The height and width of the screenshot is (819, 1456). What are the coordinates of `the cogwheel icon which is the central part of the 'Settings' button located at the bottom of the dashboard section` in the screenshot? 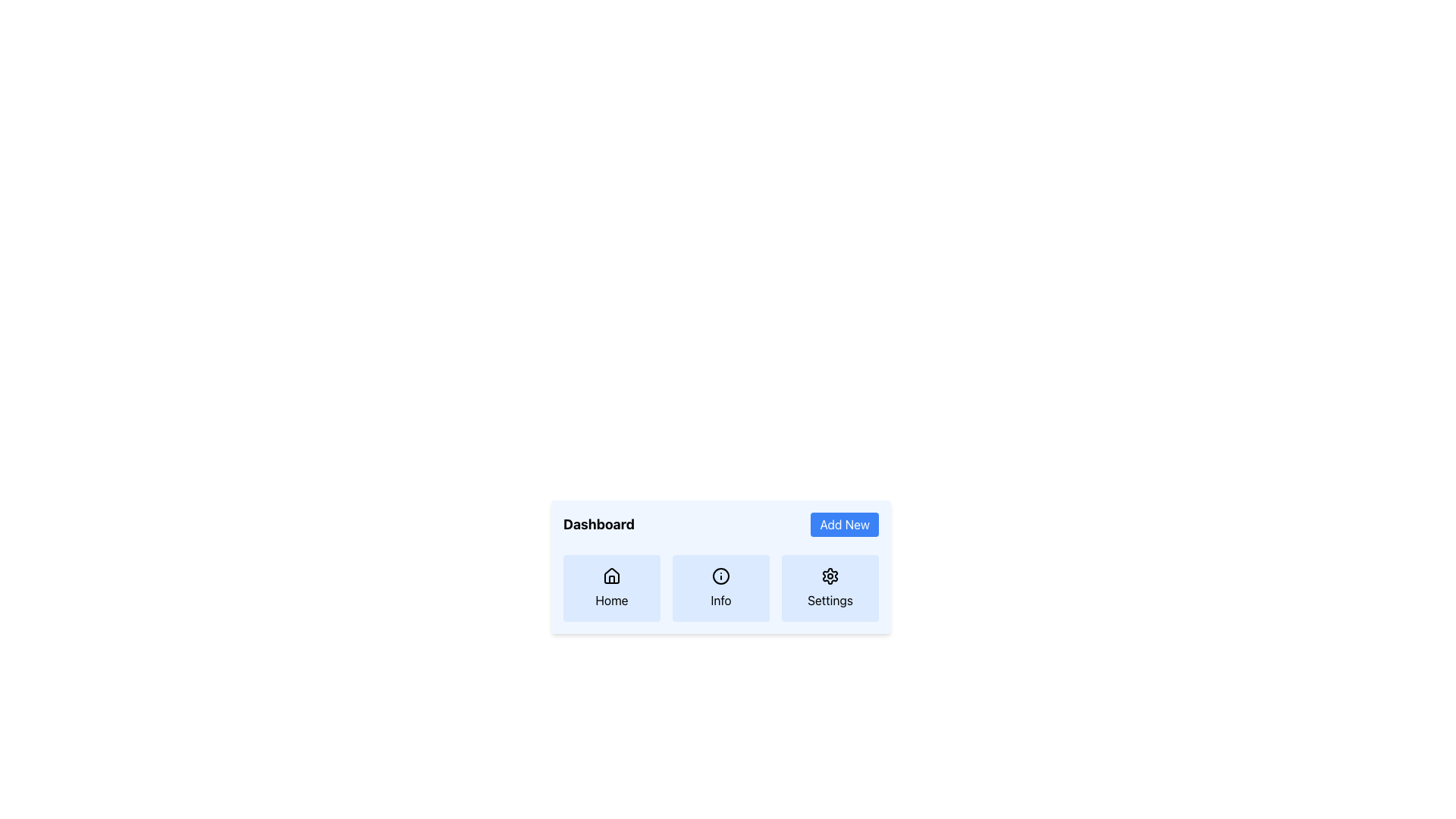 It's located at (829, 576).